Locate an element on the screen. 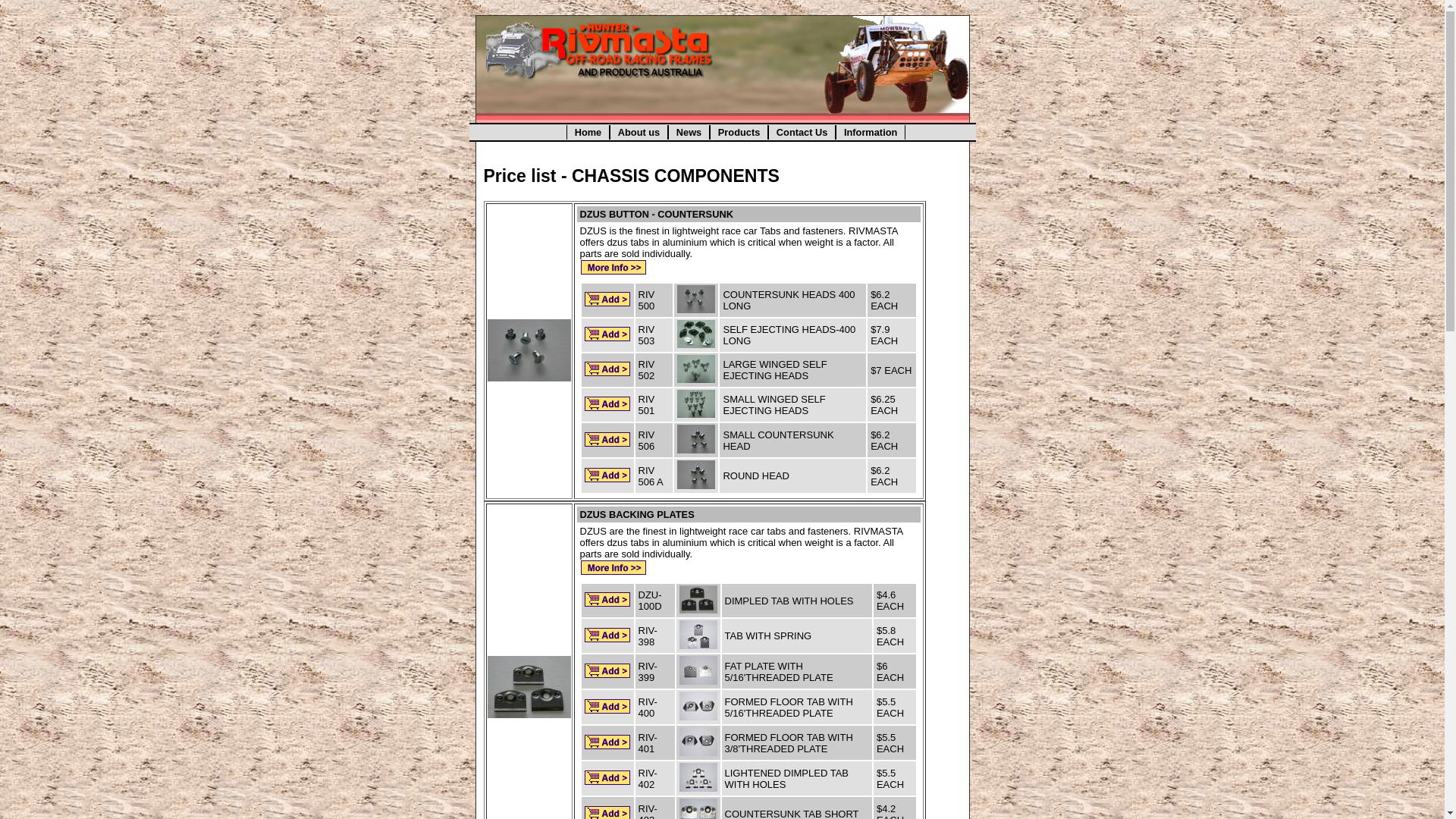  'Information' is located at coordinates (835, 131).